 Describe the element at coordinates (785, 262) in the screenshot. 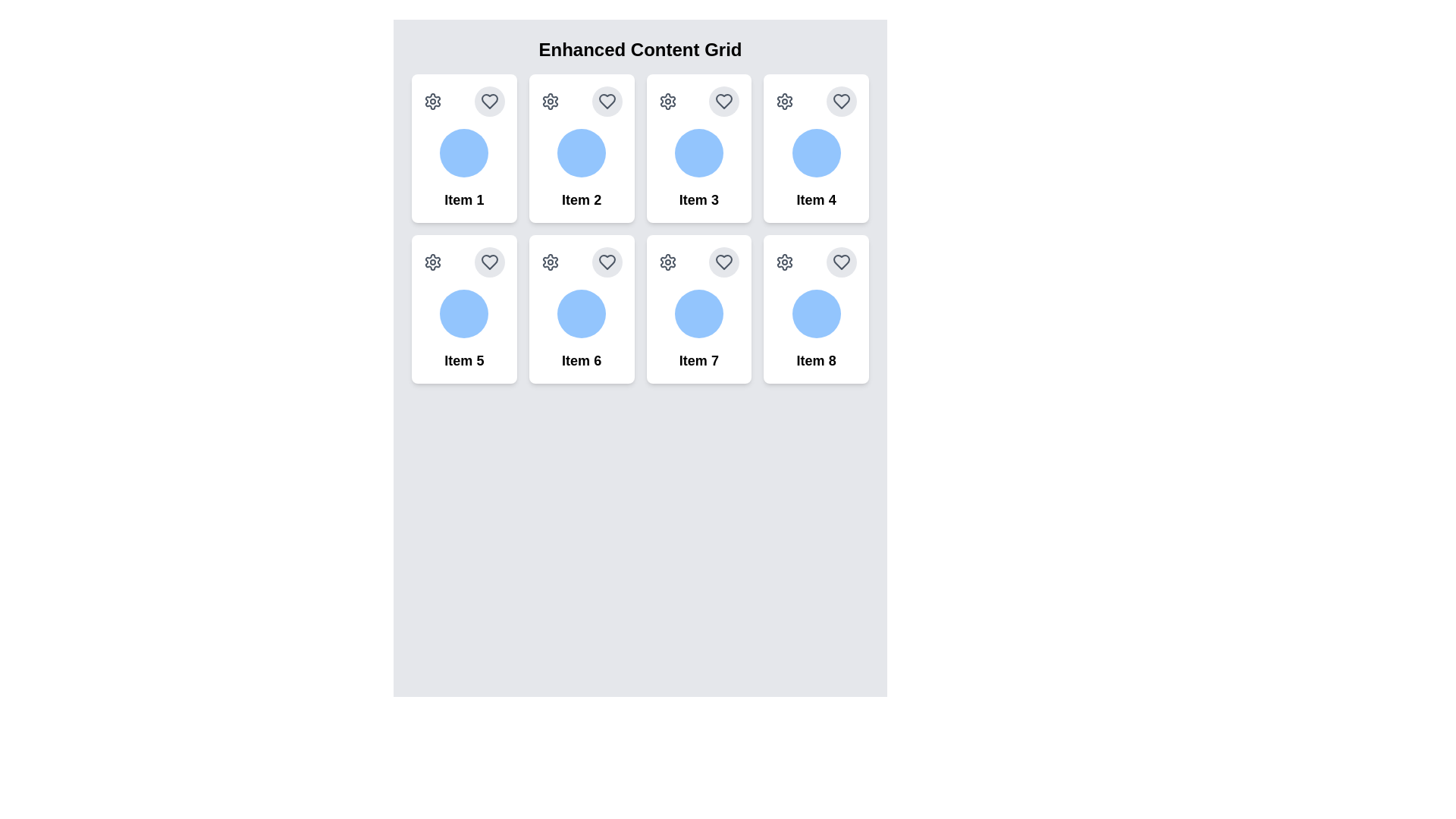

I see `the cogwheel icon styled in a gray, non-filled stroke design located on the top-left corner of the tile labeled 'Item 8'` at that location.